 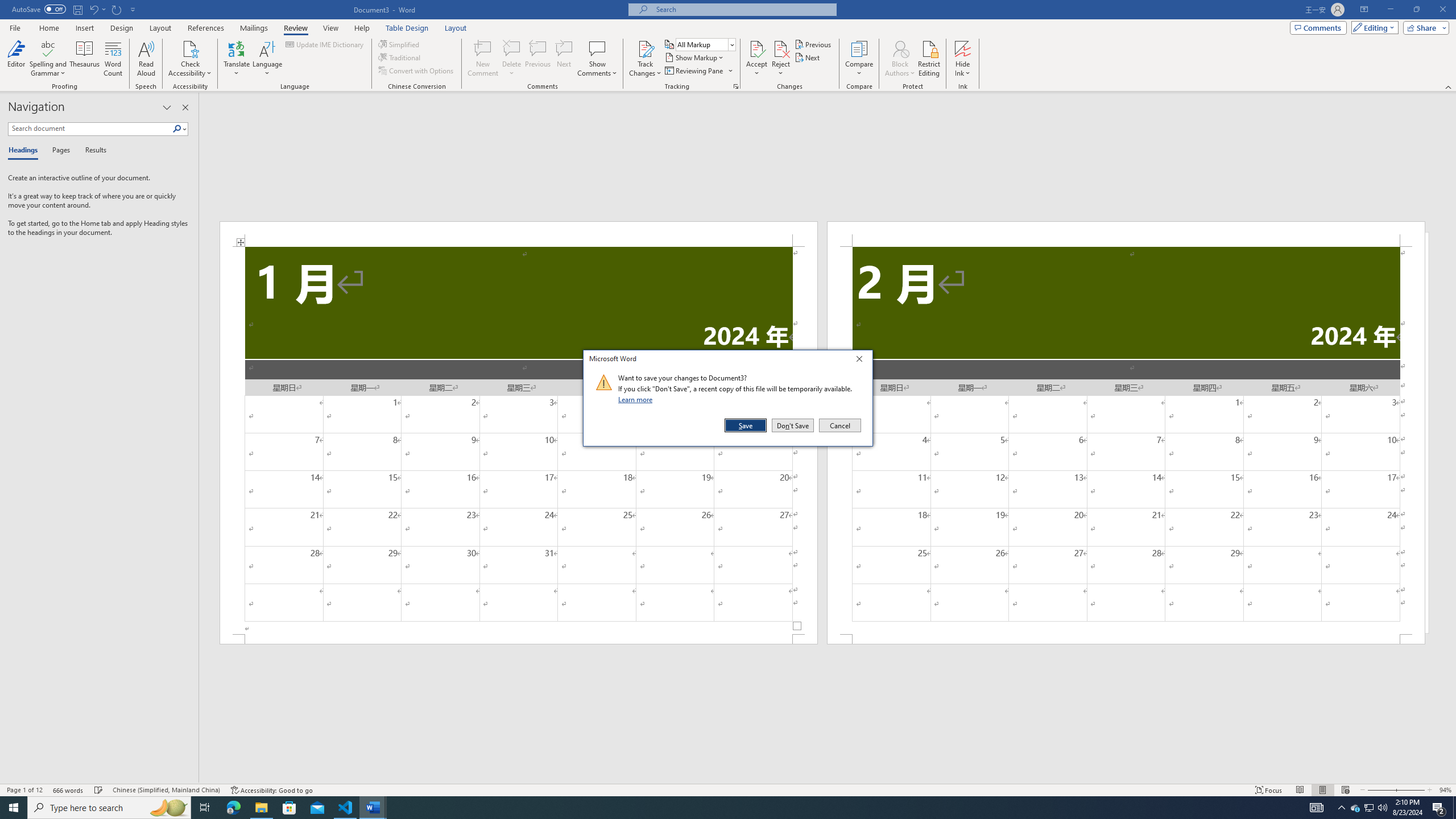 I want to click on 'Footer -Section 1-', so click(x=519, y=638).